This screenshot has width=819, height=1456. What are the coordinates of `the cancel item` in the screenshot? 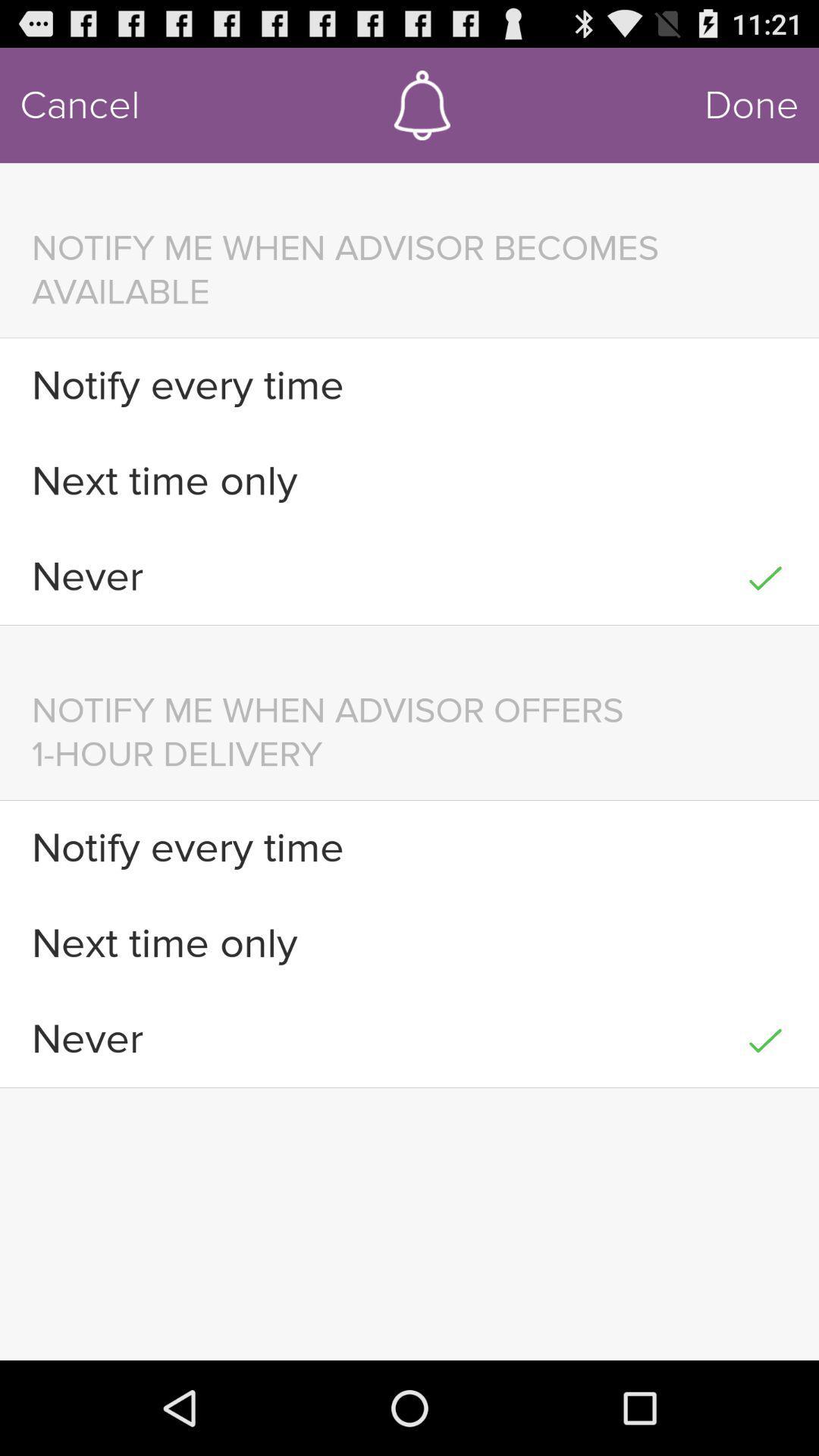 It's located at (80, 105).